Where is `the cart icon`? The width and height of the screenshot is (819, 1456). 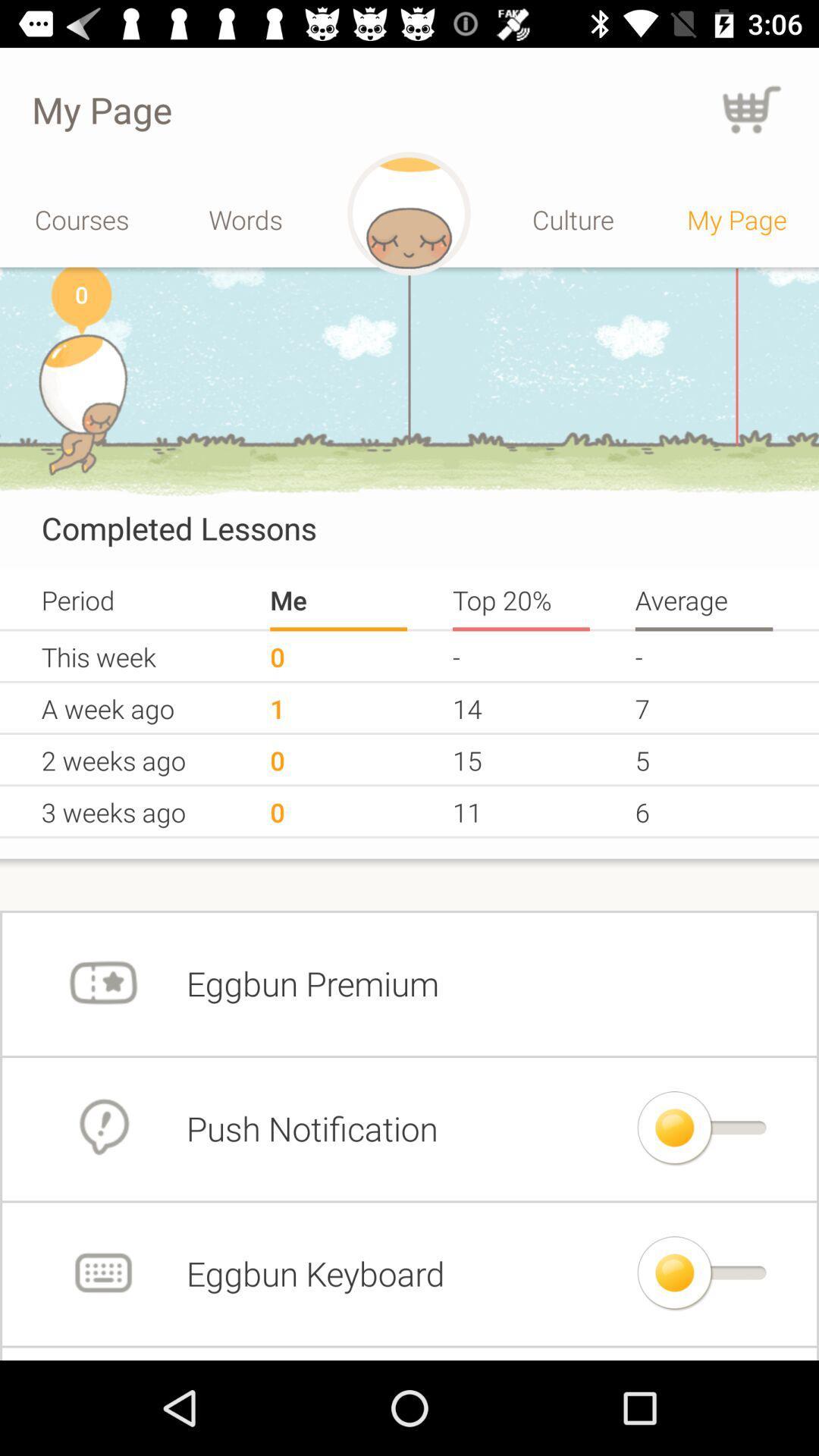
the cart icon is located at coordinates (752, 108).